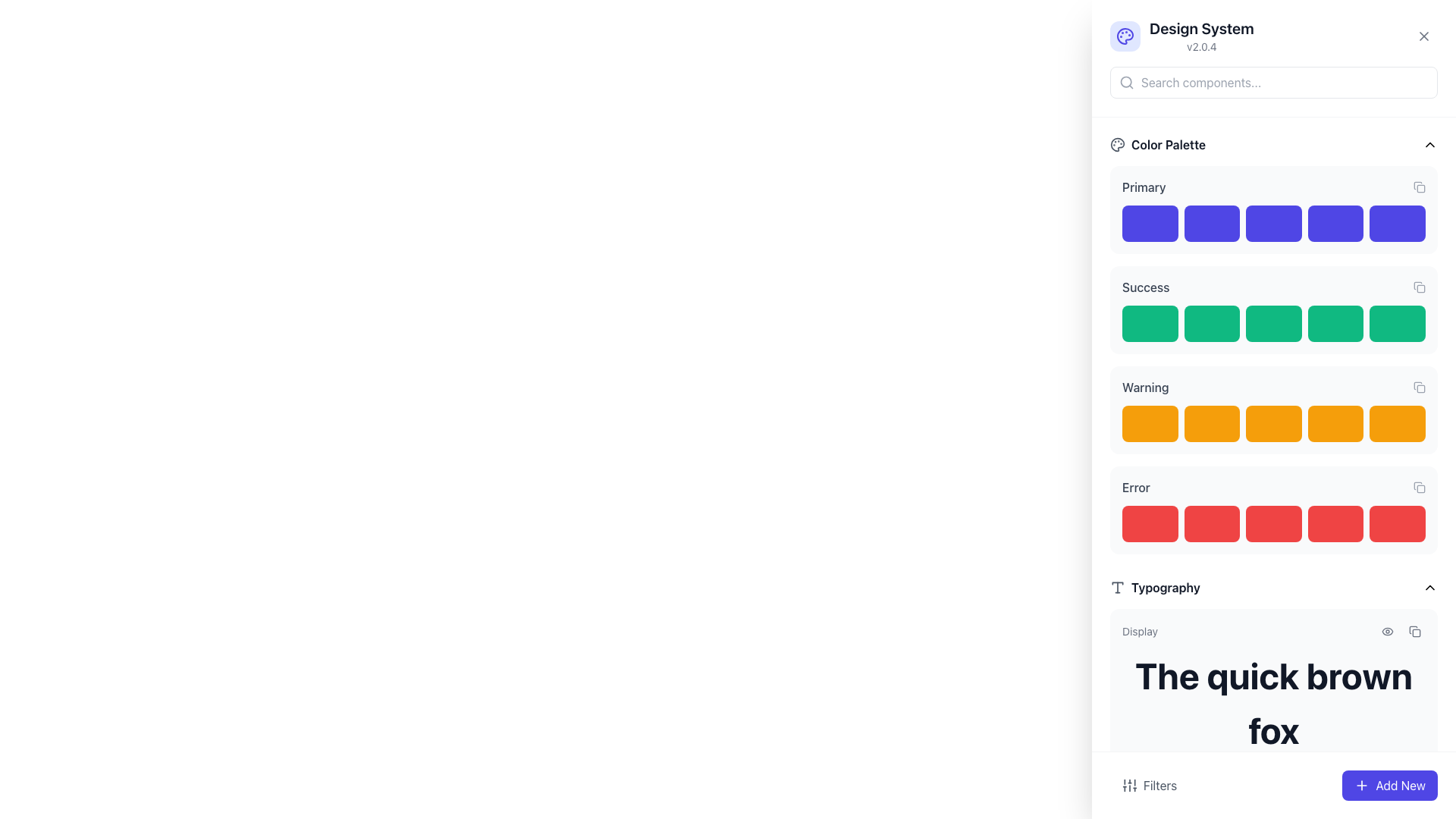  What do you see at coordinates (1401, 632) in the screenshot?
I see `the eye icon in the Typography section to preview the typography style located above the text 'The quick brown fox'` at bounding box center [1401, 632].